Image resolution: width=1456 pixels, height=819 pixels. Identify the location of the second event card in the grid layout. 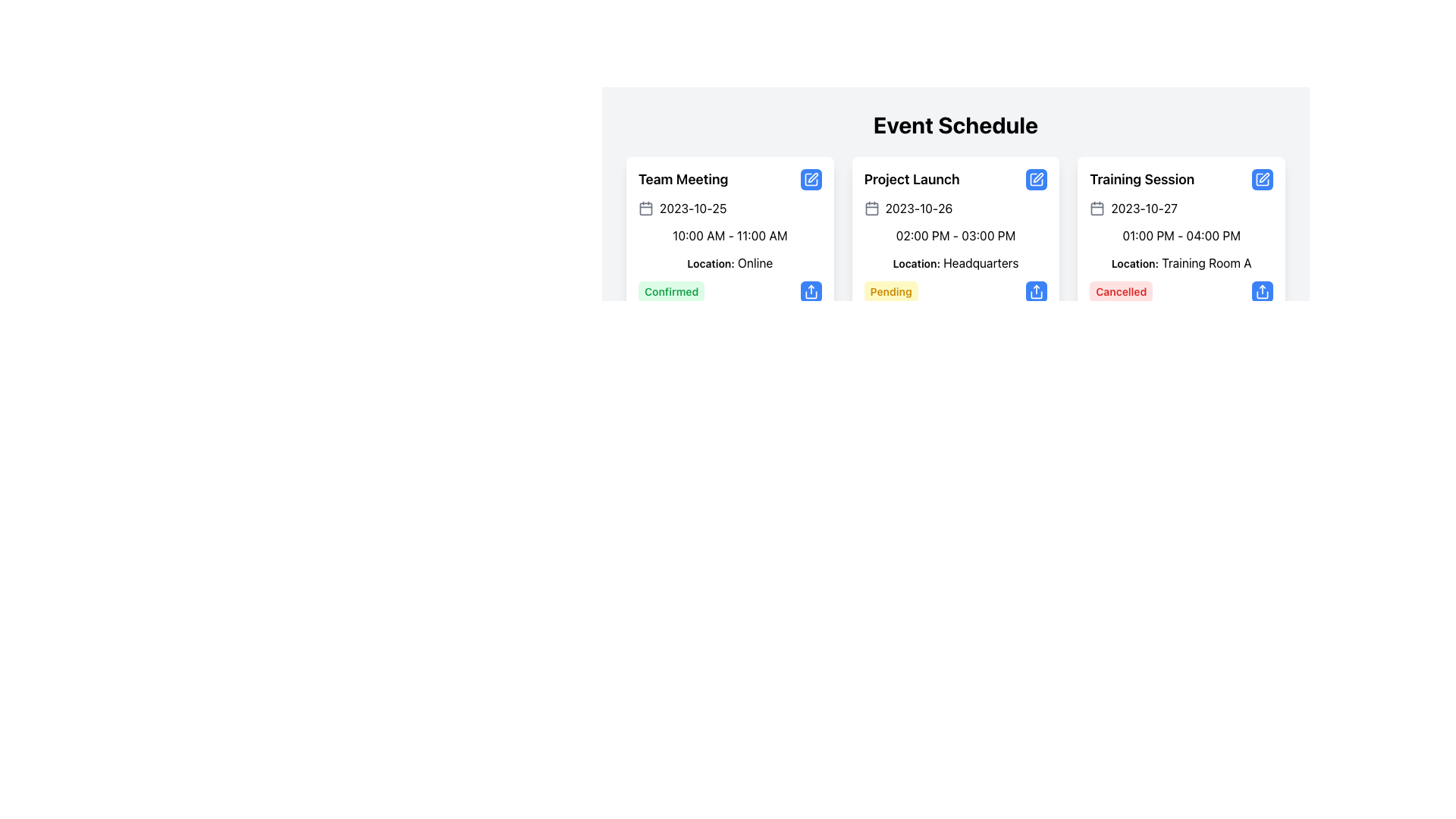
(955, 236).